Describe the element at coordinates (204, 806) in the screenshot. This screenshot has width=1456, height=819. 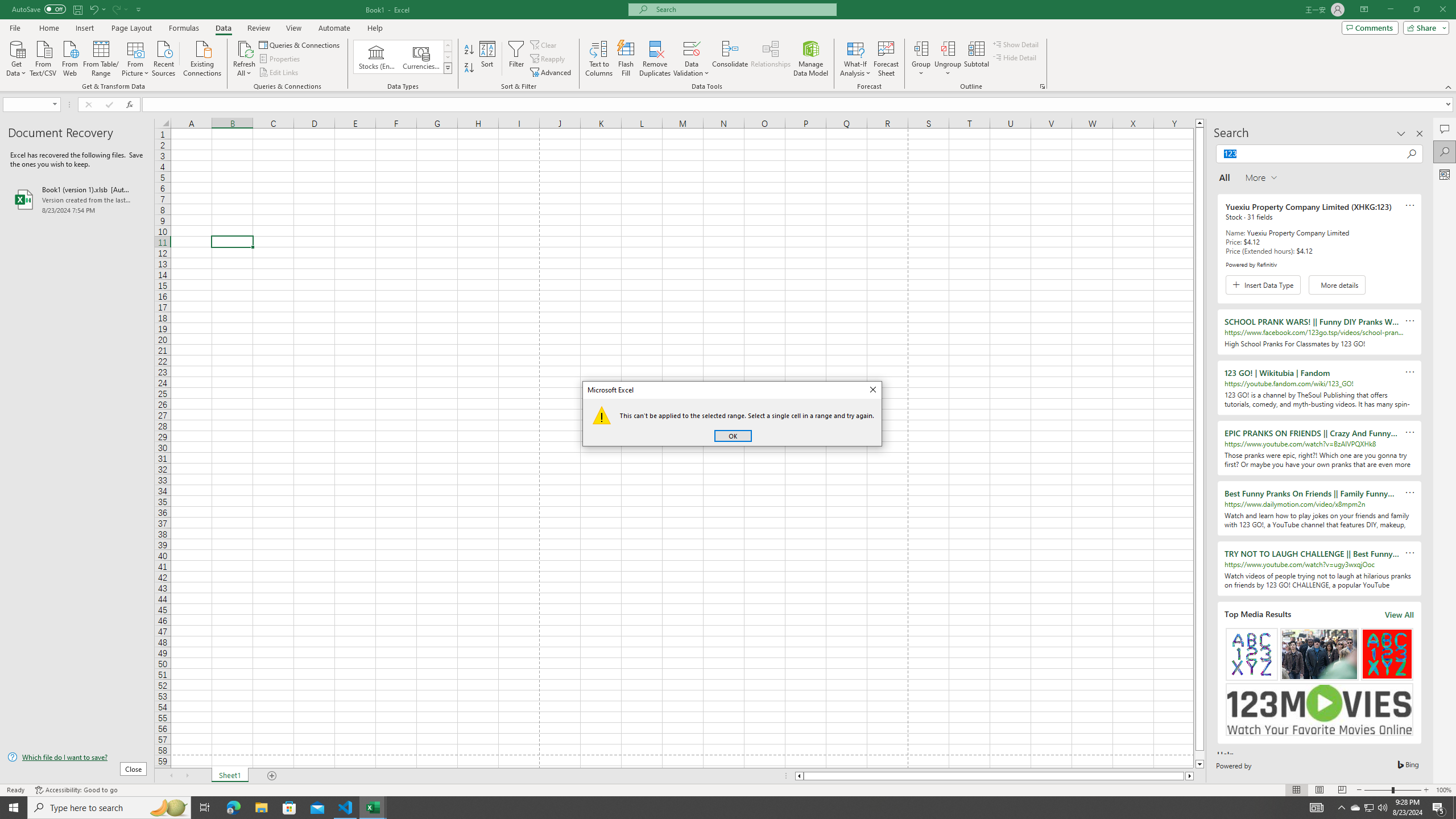
I see `'Task View'` at that location.